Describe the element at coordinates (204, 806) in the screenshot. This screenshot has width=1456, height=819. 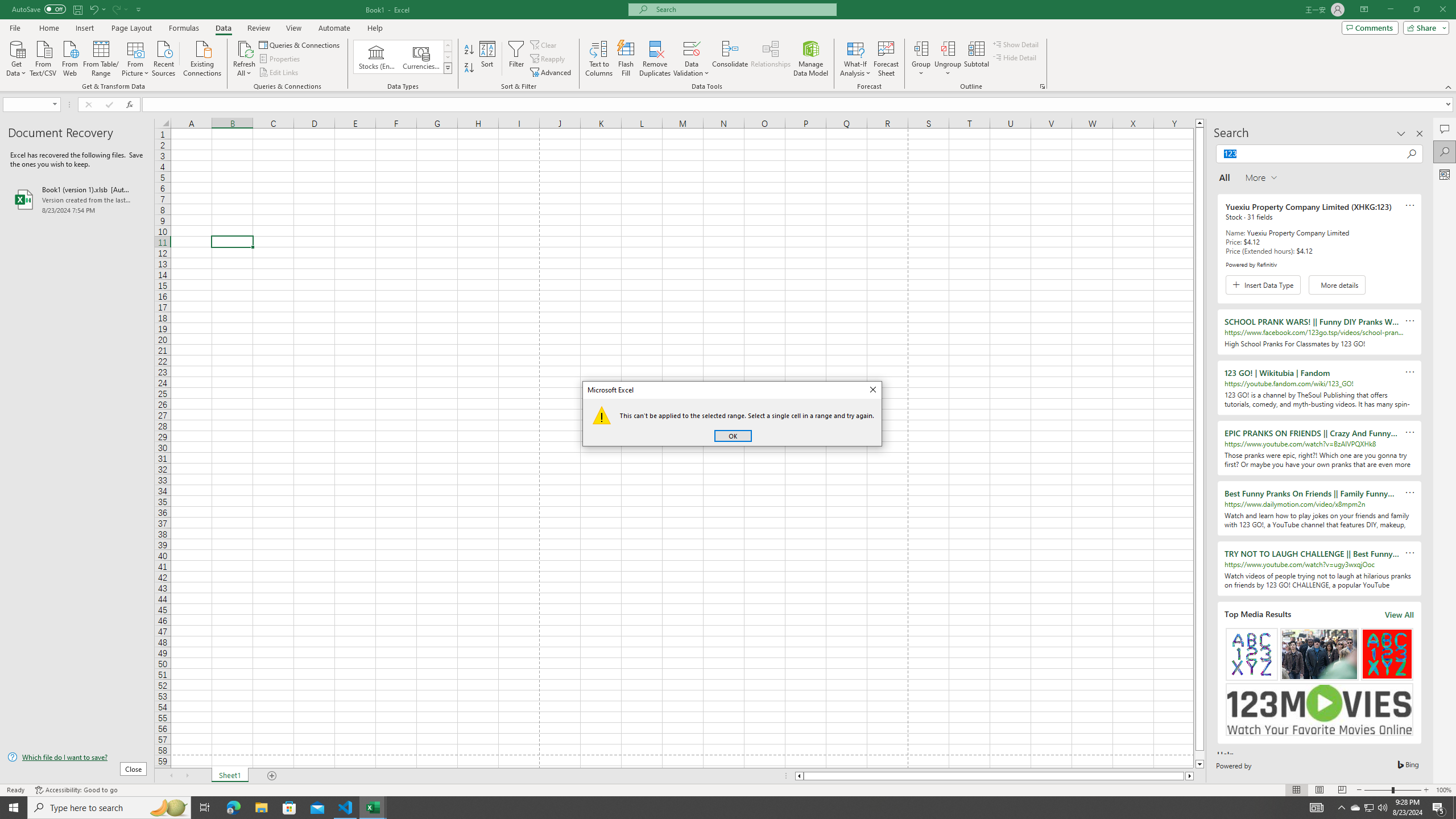
I see `'Task View'` at that location.